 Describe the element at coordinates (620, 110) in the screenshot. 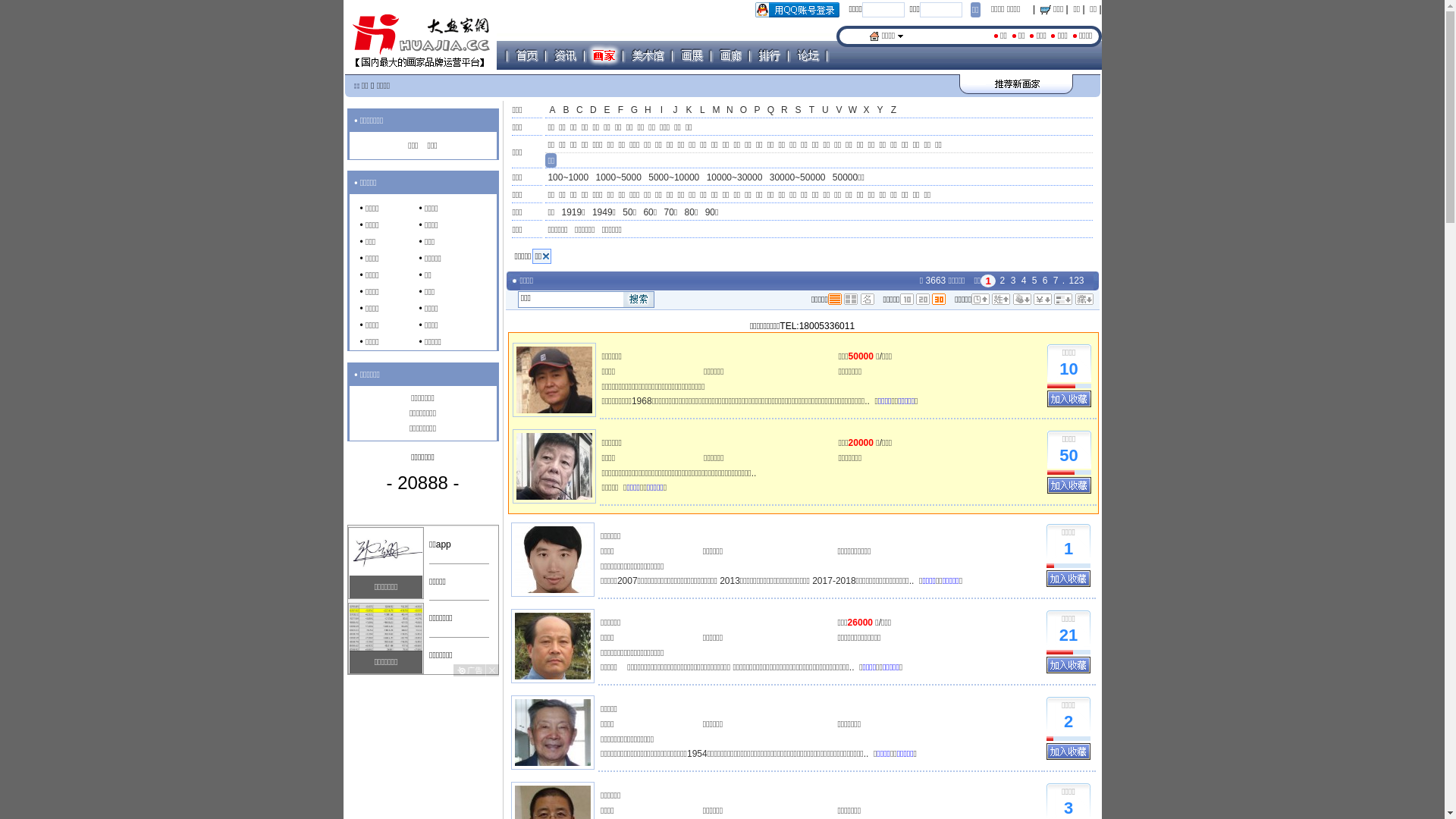

I see `'F'` at that location.